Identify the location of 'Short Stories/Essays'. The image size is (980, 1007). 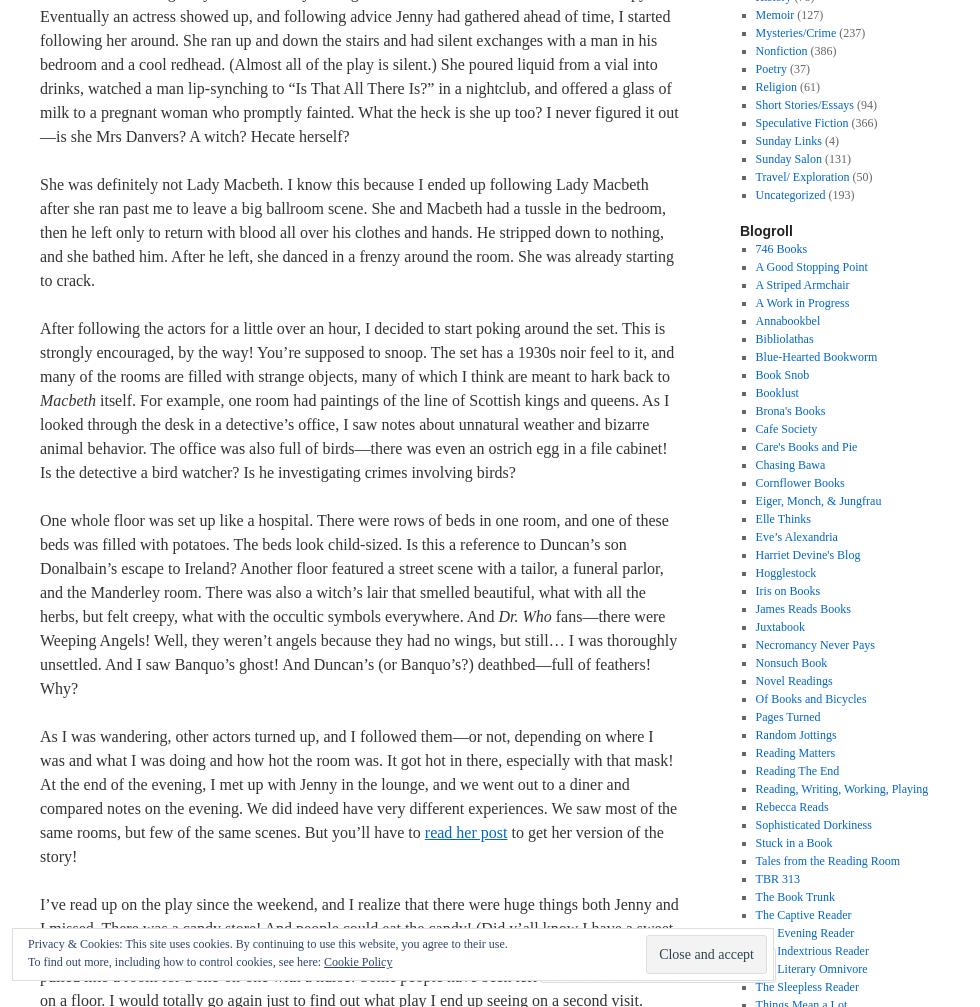
(803, 105).